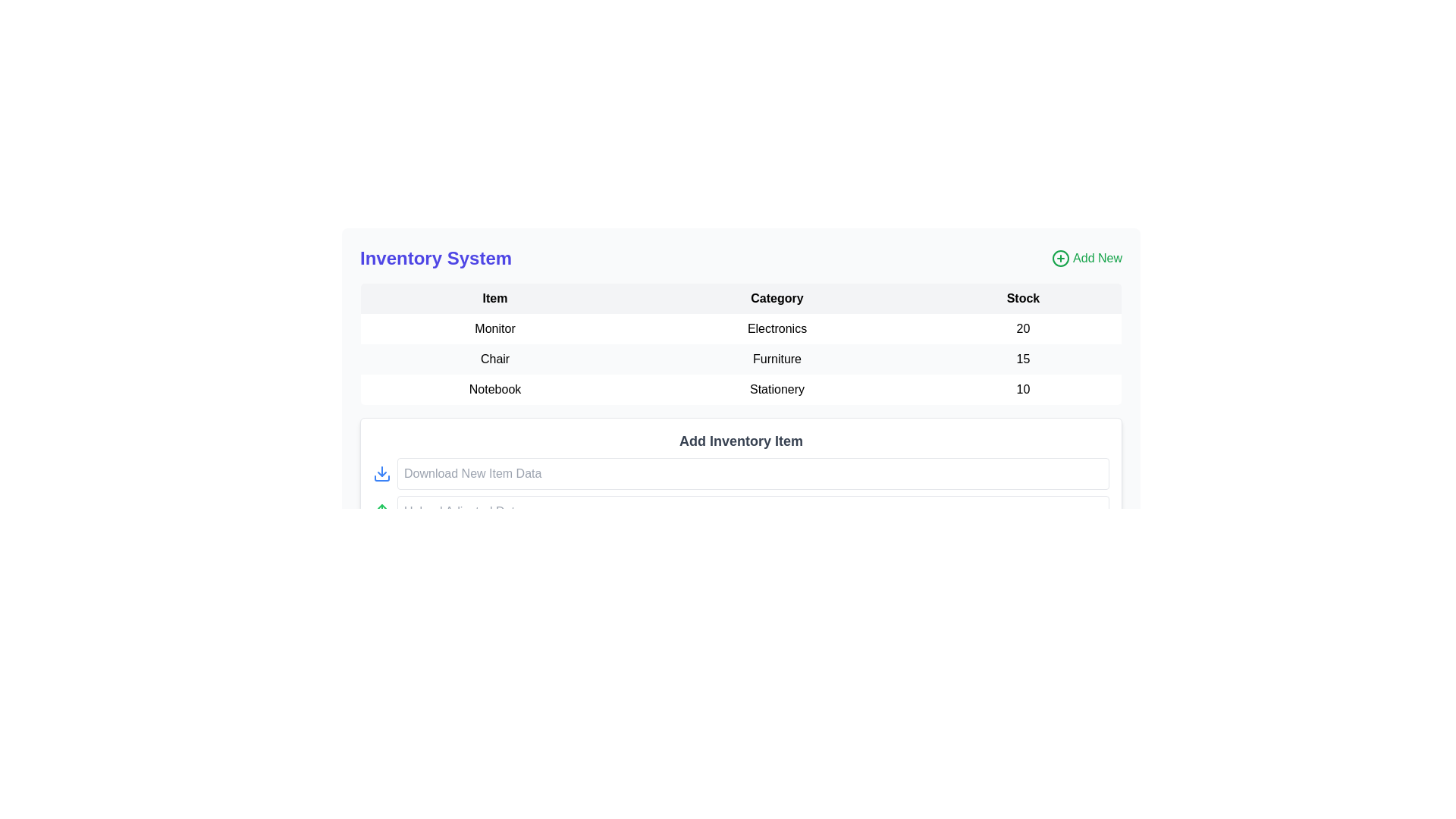 The image size is (1456, 819). Describe the element at coordinates (382, 512) in the screenshot. I see `the upload icon with a green outlined upward arrow located near the bottom left of the 'Add Inventory Item' section` at that location.